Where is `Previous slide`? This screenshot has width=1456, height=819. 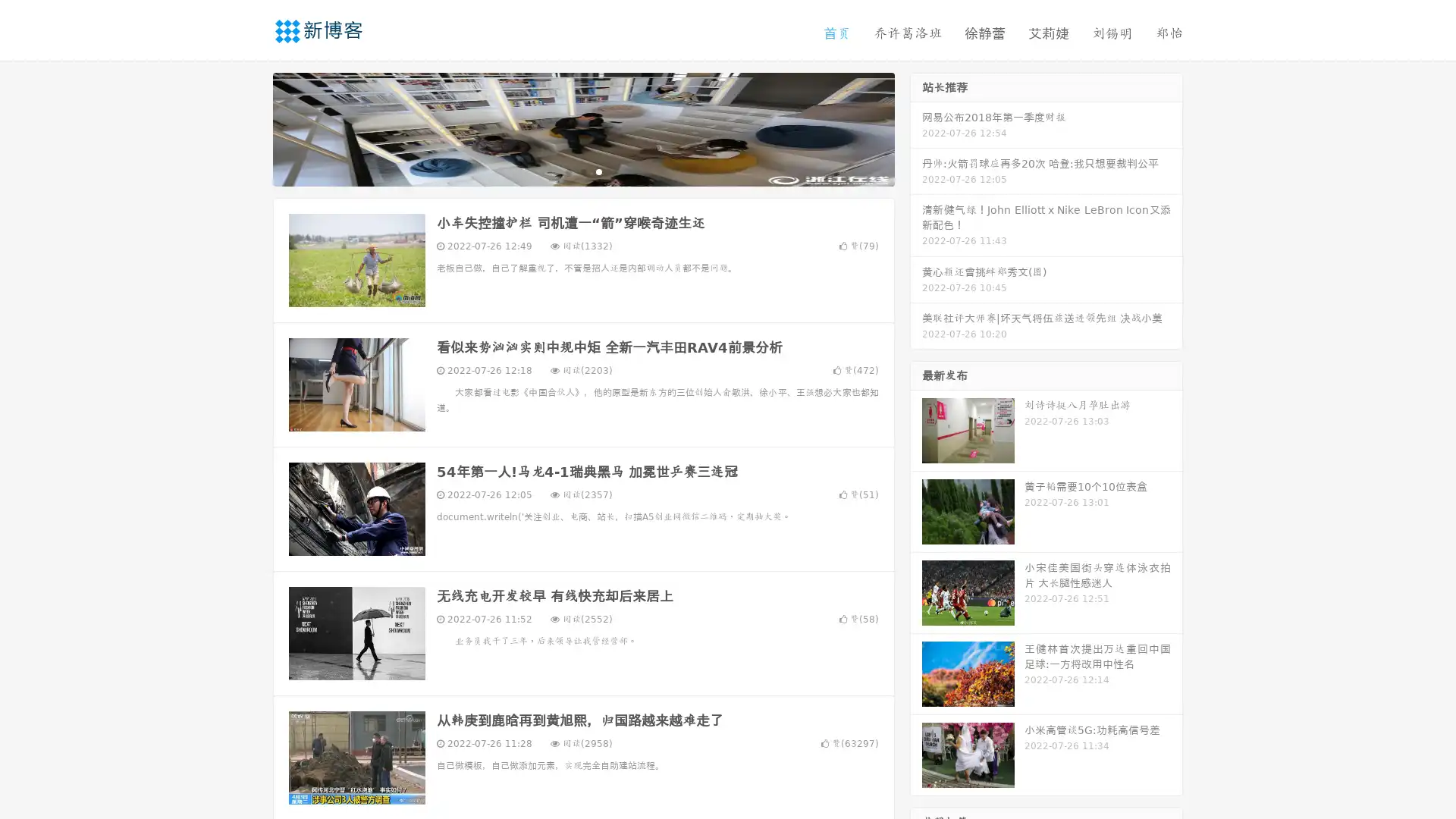
Previous slide is located at coordinates (250, 127).